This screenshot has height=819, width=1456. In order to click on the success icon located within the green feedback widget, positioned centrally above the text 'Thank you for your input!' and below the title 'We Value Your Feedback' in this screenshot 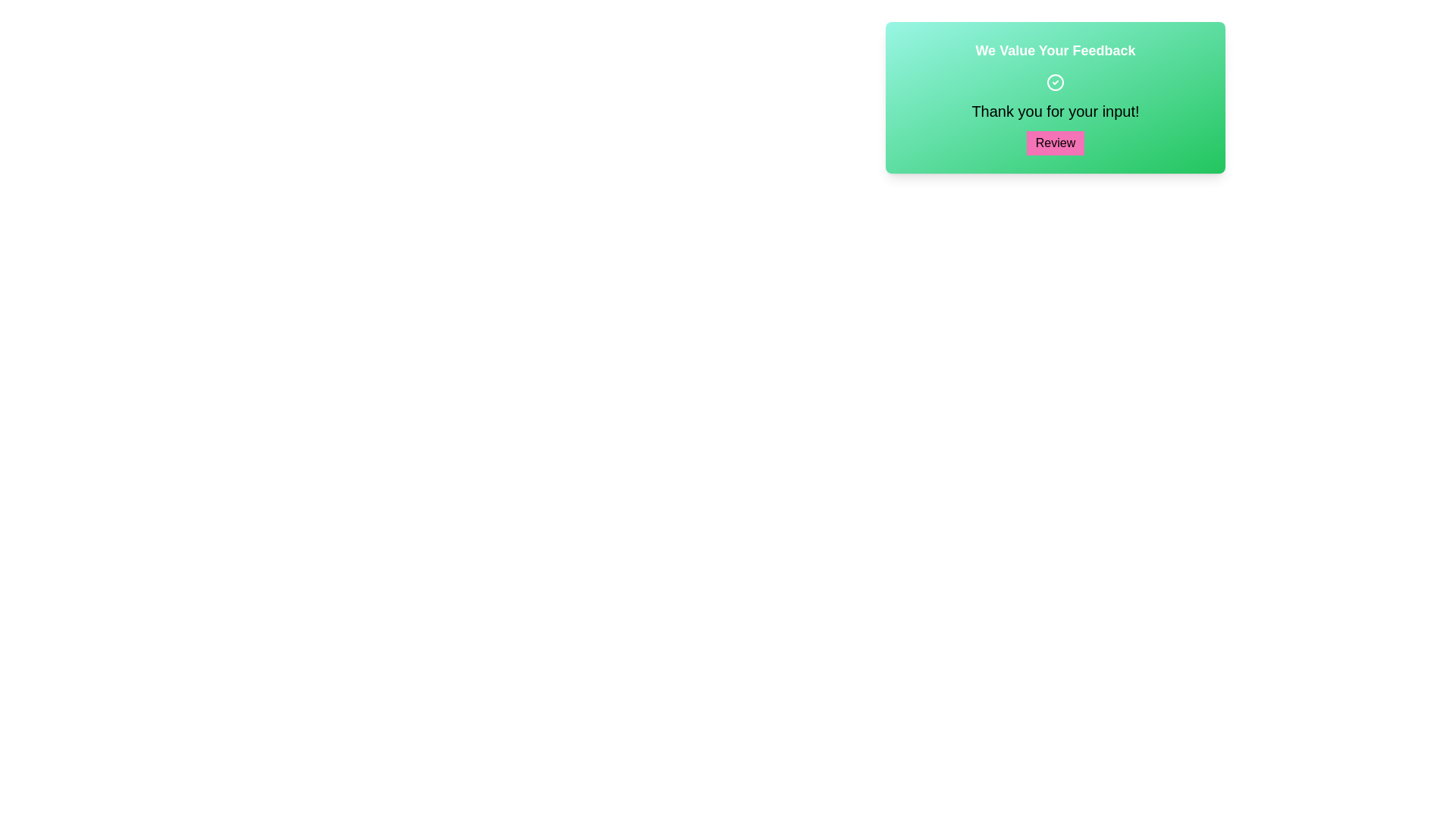, I will do `click(1055, 82)`.